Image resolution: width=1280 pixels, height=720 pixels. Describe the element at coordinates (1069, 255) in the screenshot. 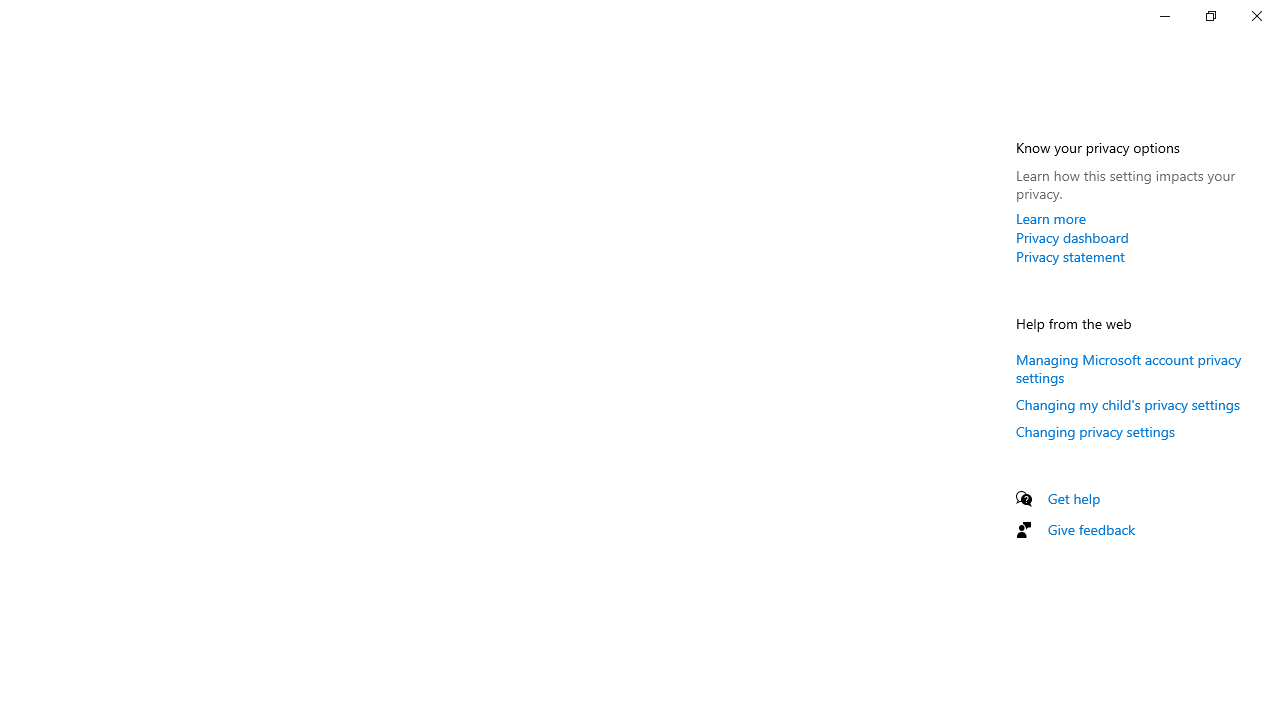

I see `'Privacy statement'` at that location.